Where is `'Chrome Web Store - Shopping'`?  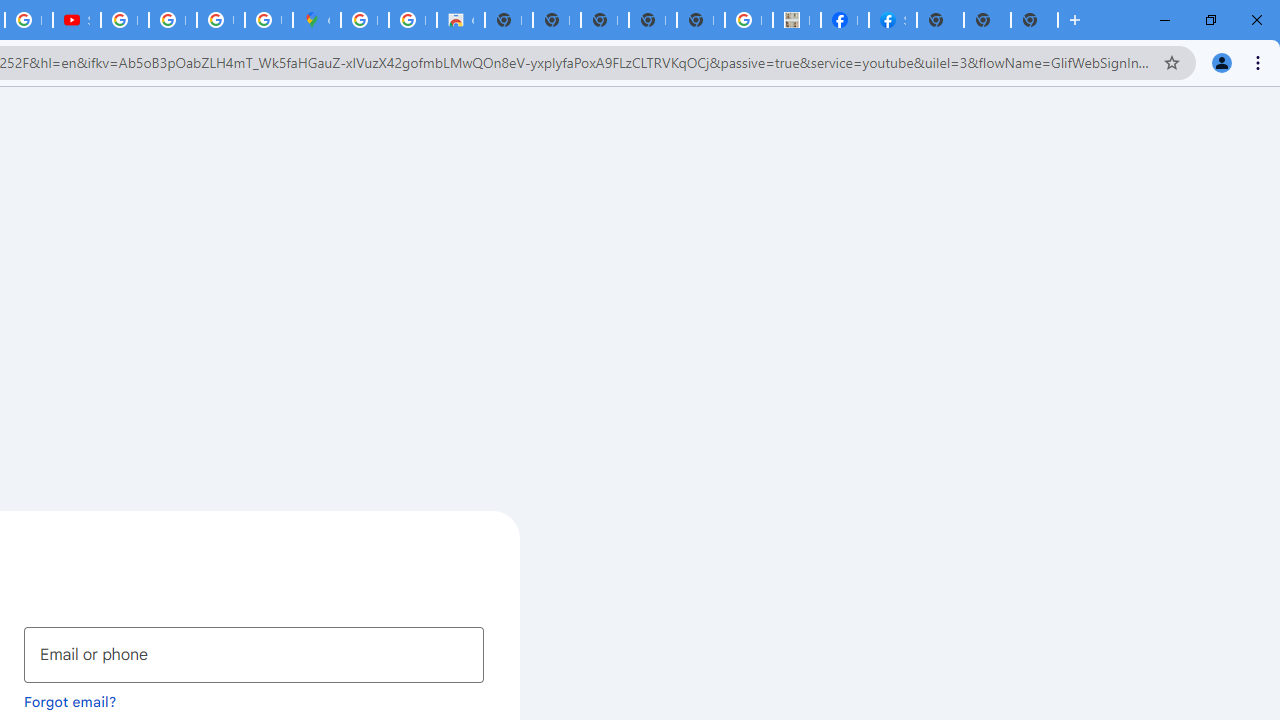 'Chrome Web Store - Shopping' is located at coordinates (459, 20).